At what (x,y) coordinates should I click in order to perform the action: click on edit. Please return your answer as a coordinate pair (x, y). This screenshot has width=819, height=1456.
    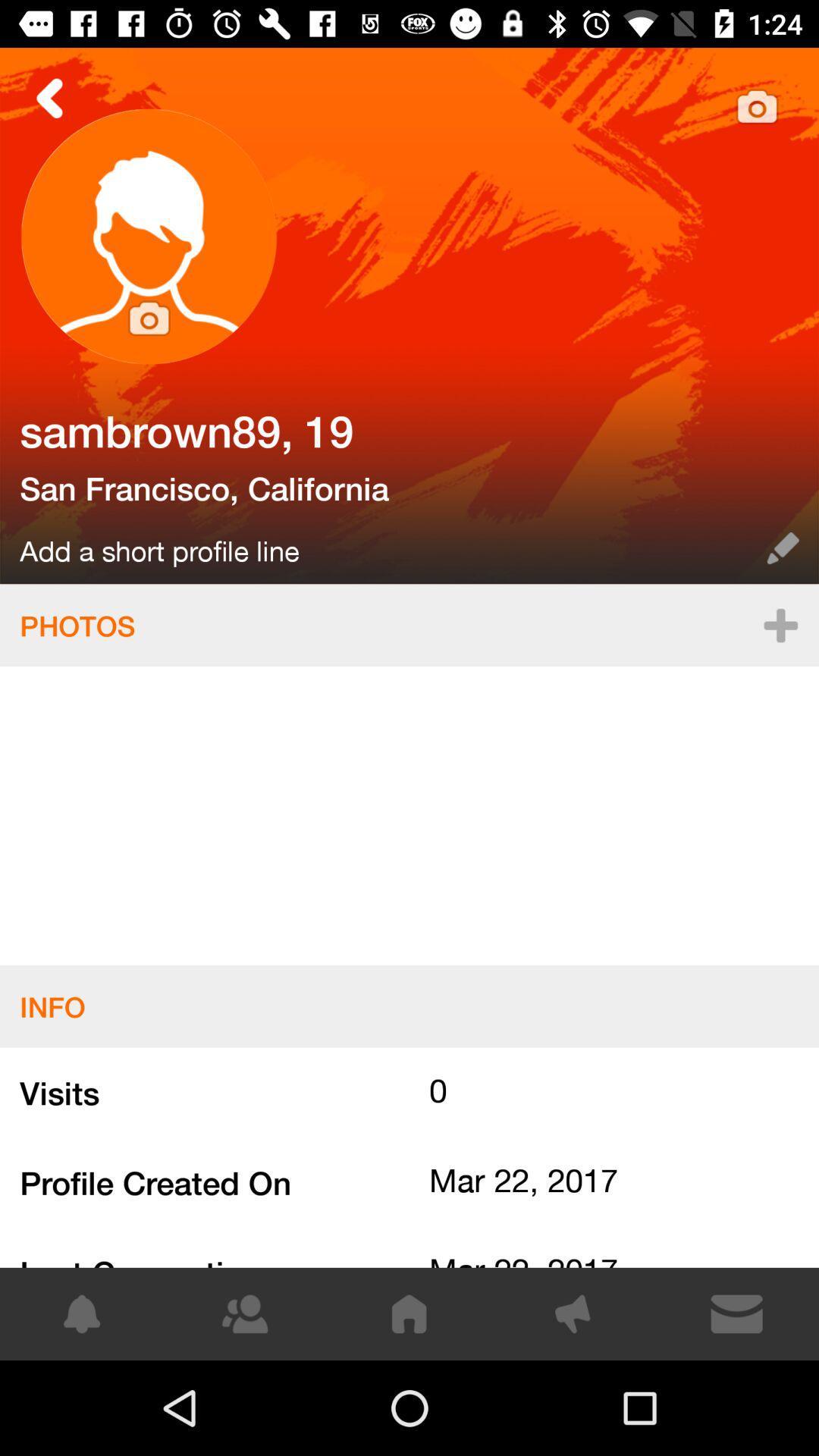
    Looking at the image, I should click on (783, 548).